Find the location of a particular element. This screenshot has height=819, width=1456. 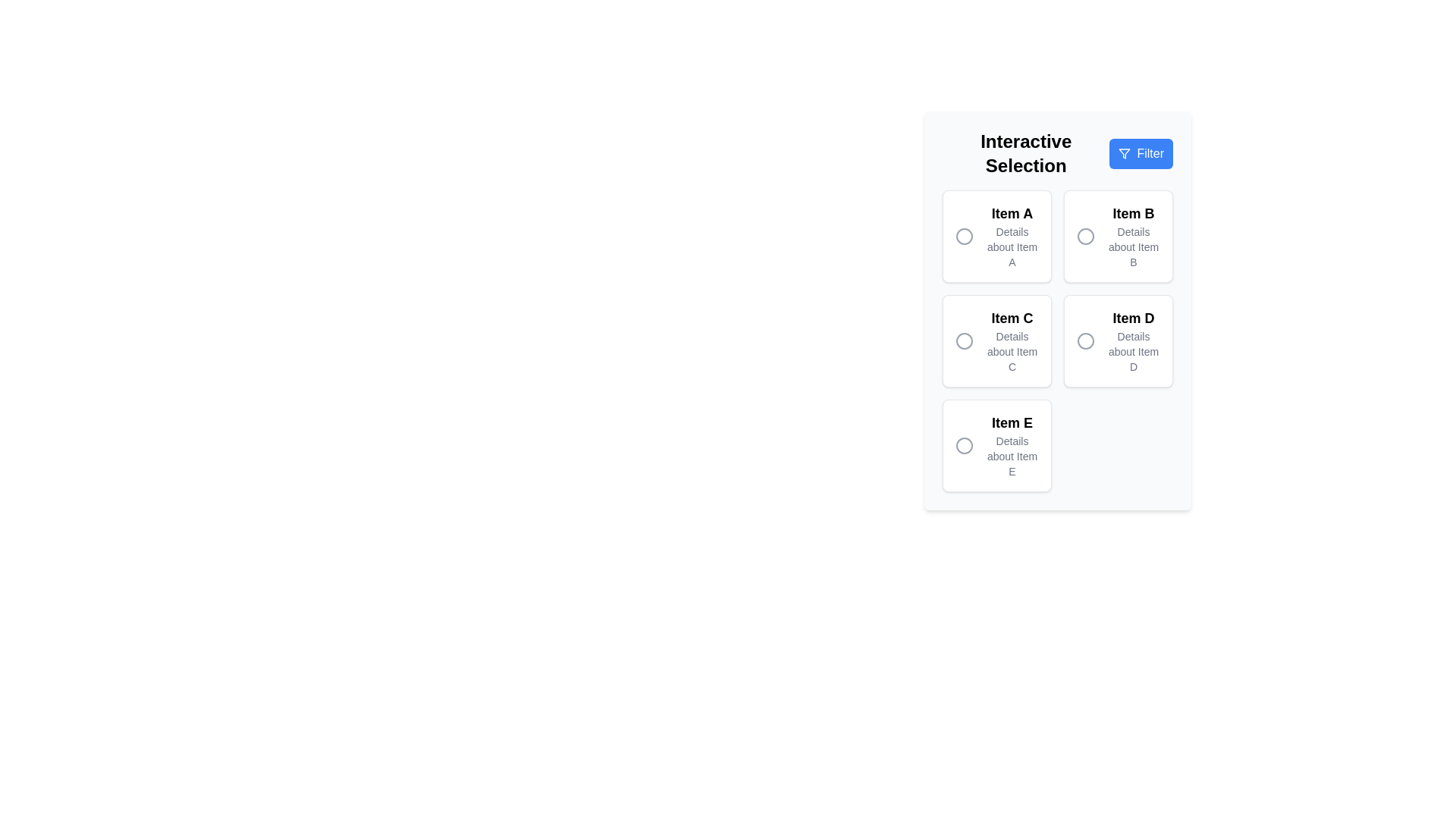

the radio button styled as a circular icon located within the card labeled 'Item B', positioned in the upper-right of the card and aligned to the left of the text 'Item B' is located at coordinates (1084, 237).